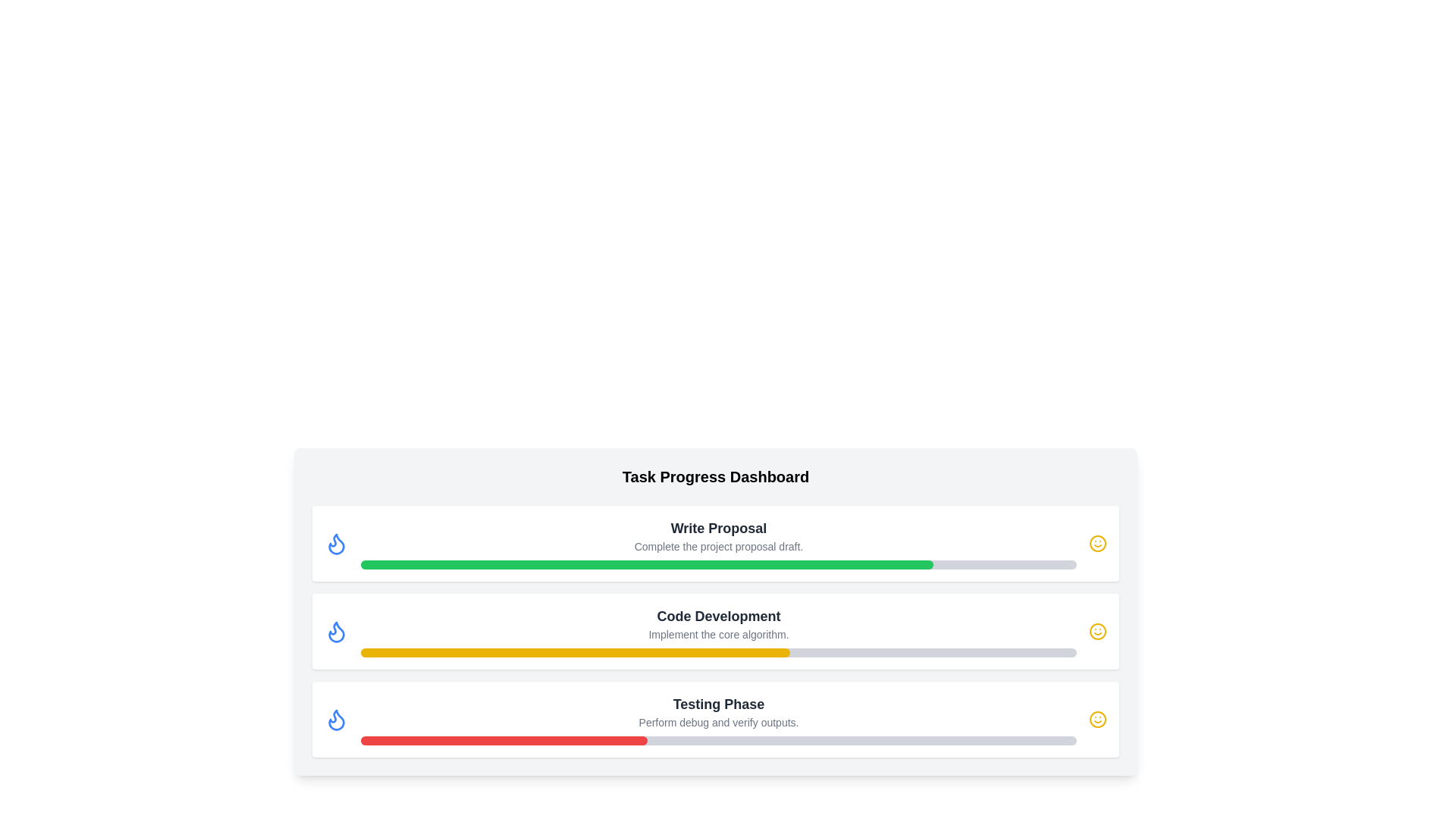  I want to click on the title text for the 'Testing Phase' task in the progress tracker interface, located above the description text and progress bar components, so click(718, 704).